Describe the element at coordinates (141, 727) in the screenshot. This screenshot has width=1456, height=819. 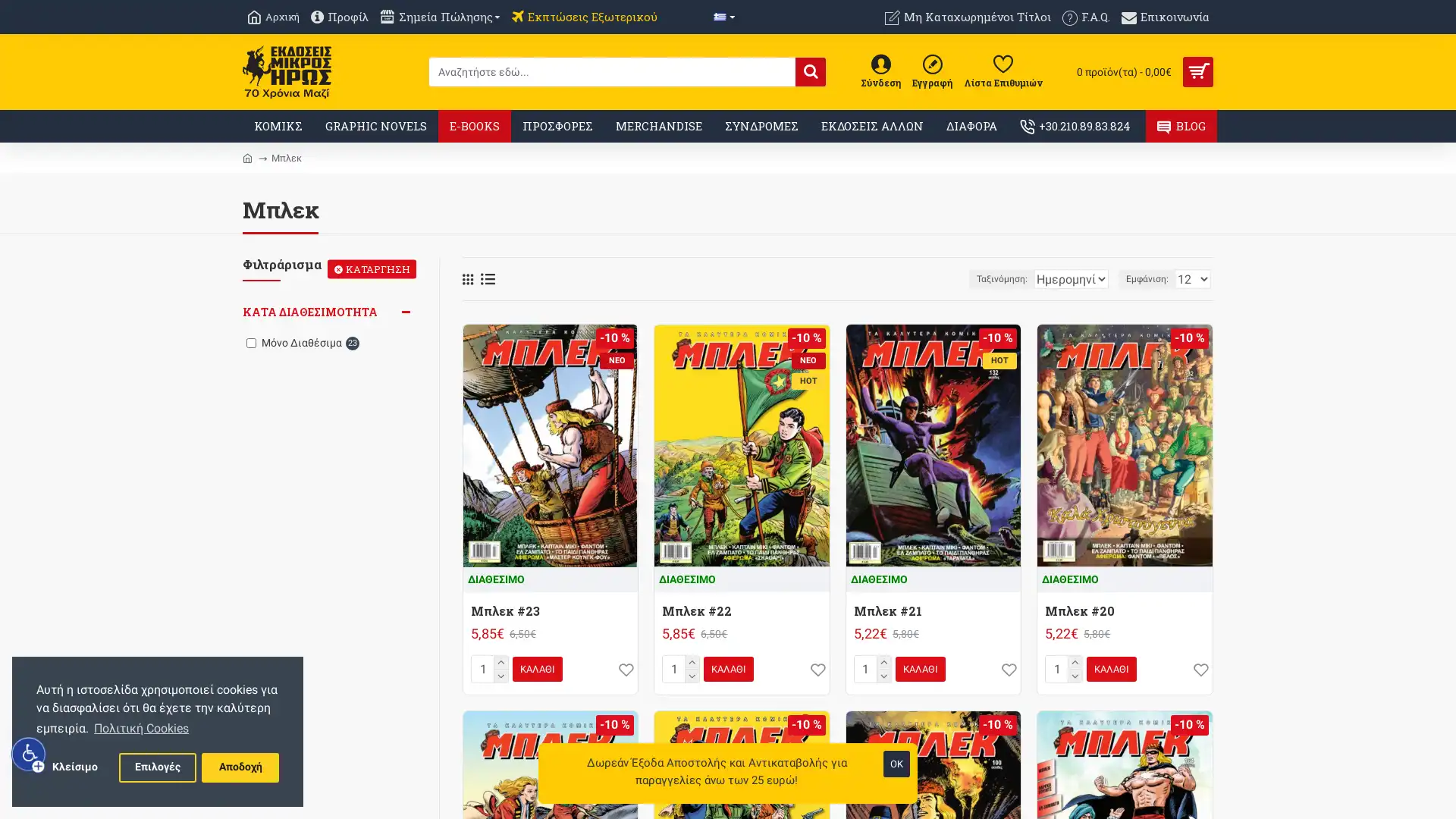
I see `learn more about cookies` at that location.